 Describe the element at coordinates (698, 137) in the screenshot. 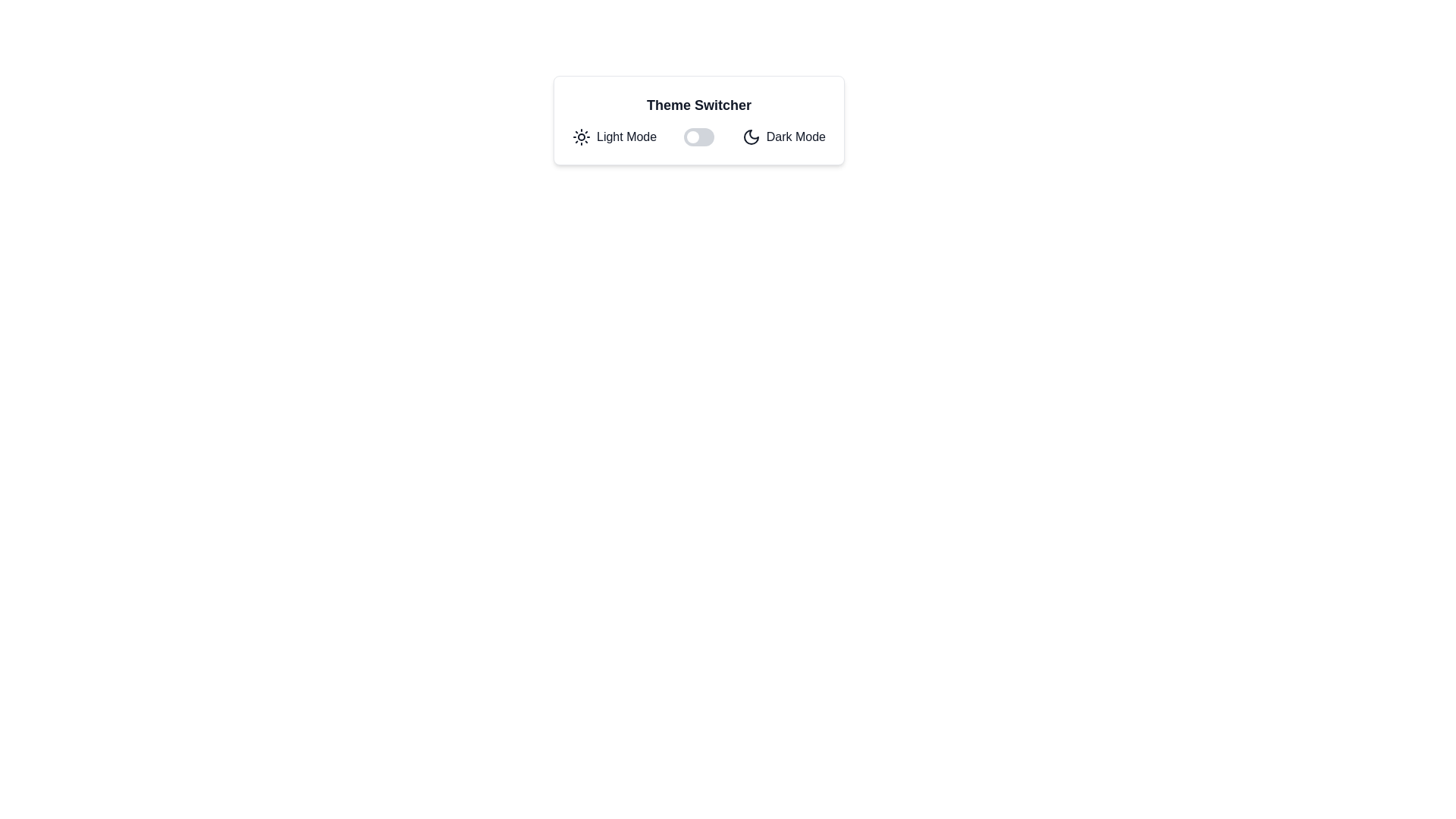

I see `the horizontal switch labeled 'Theme Switcher' that toggles between Light Mode and Dark Mode for contextual information` at that location.